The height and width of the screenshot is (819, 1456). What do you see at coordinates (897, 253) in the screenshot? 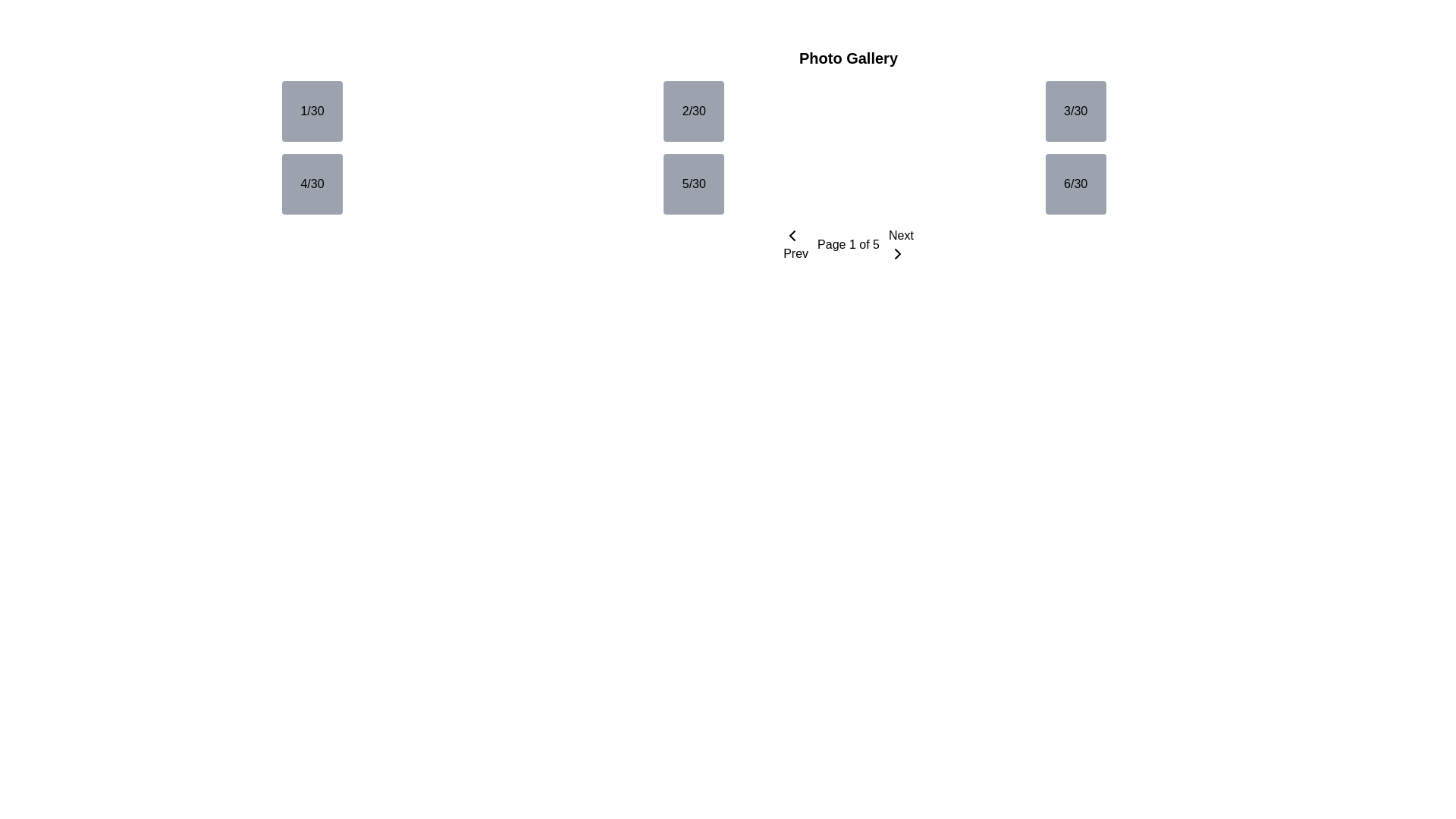
I see `the rightward-pointing chevron icon, which is part of the navigation control located at the bottom-center of the interface, next to the 'Next' label` at bounding box center [897, 253].